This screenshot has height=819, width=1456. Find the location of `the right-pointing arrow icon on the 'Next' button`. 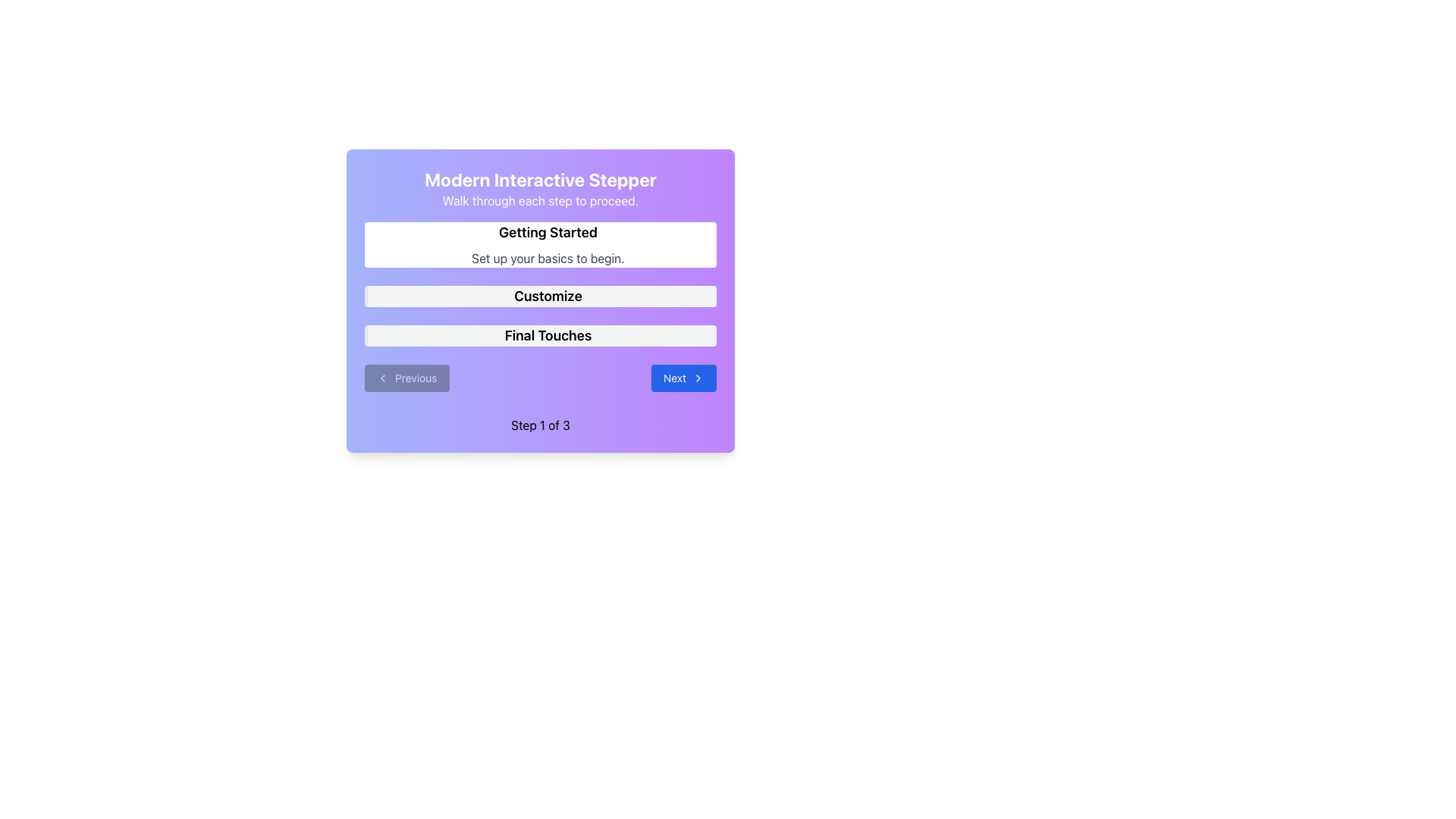

the right-pointing arrow icon on the 'Next' button is located at coordinates (698, 377).